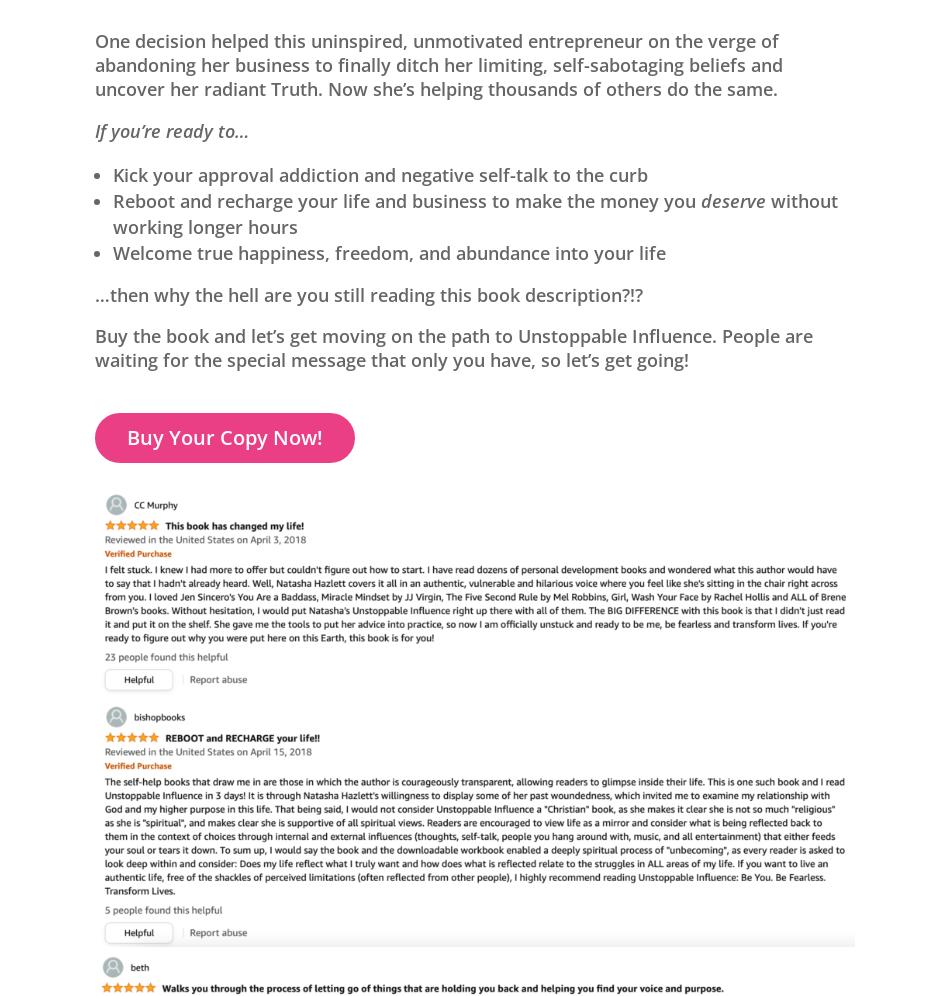 The width and height of the screenshot is (950, 996). Describe the element at coordinates (112, 199) in the screenshot. I see `'Reboot and recharge your life and business to make the money you'` at that location.